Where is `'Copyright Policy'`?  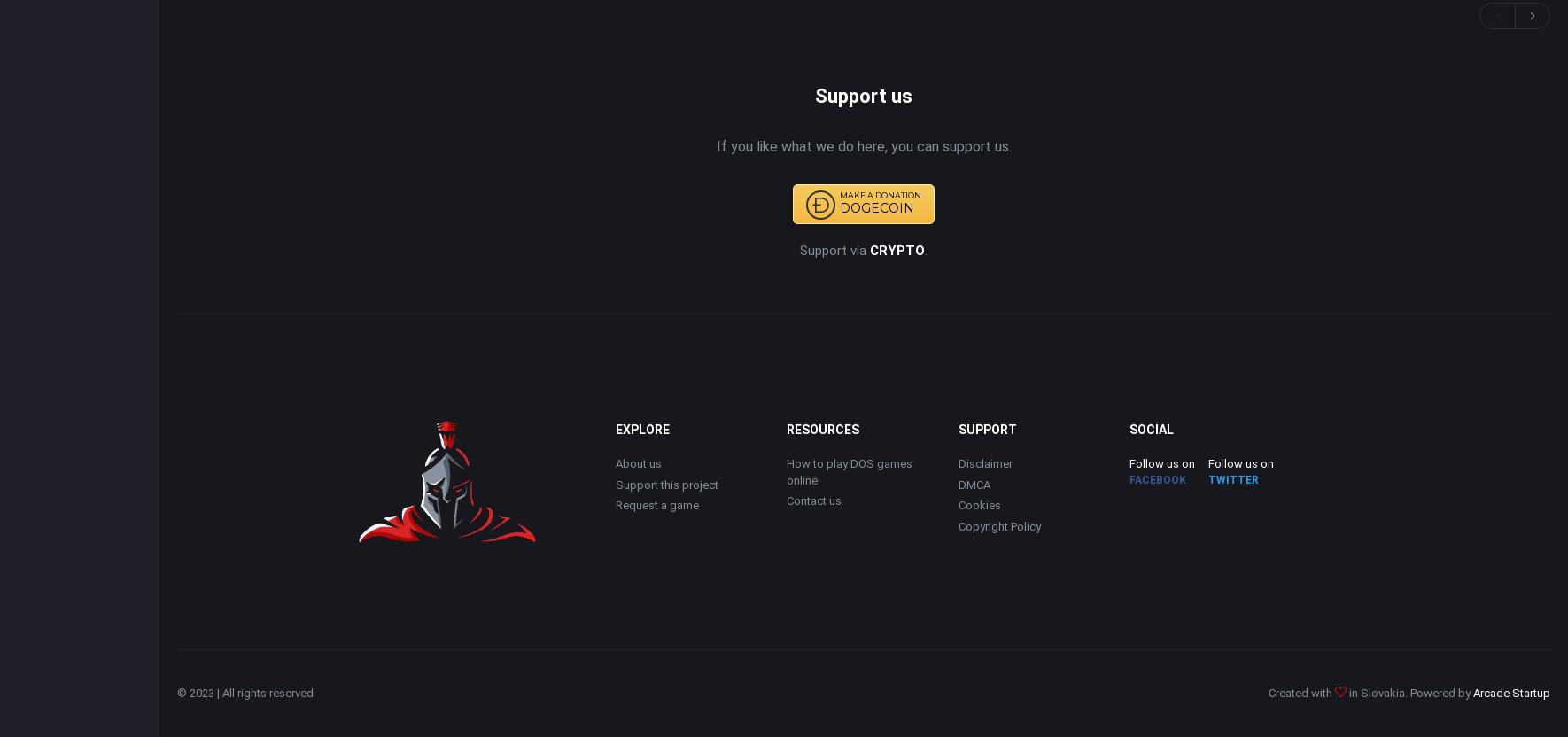
'Copyright Policy' is located at coordinates (998, 524).